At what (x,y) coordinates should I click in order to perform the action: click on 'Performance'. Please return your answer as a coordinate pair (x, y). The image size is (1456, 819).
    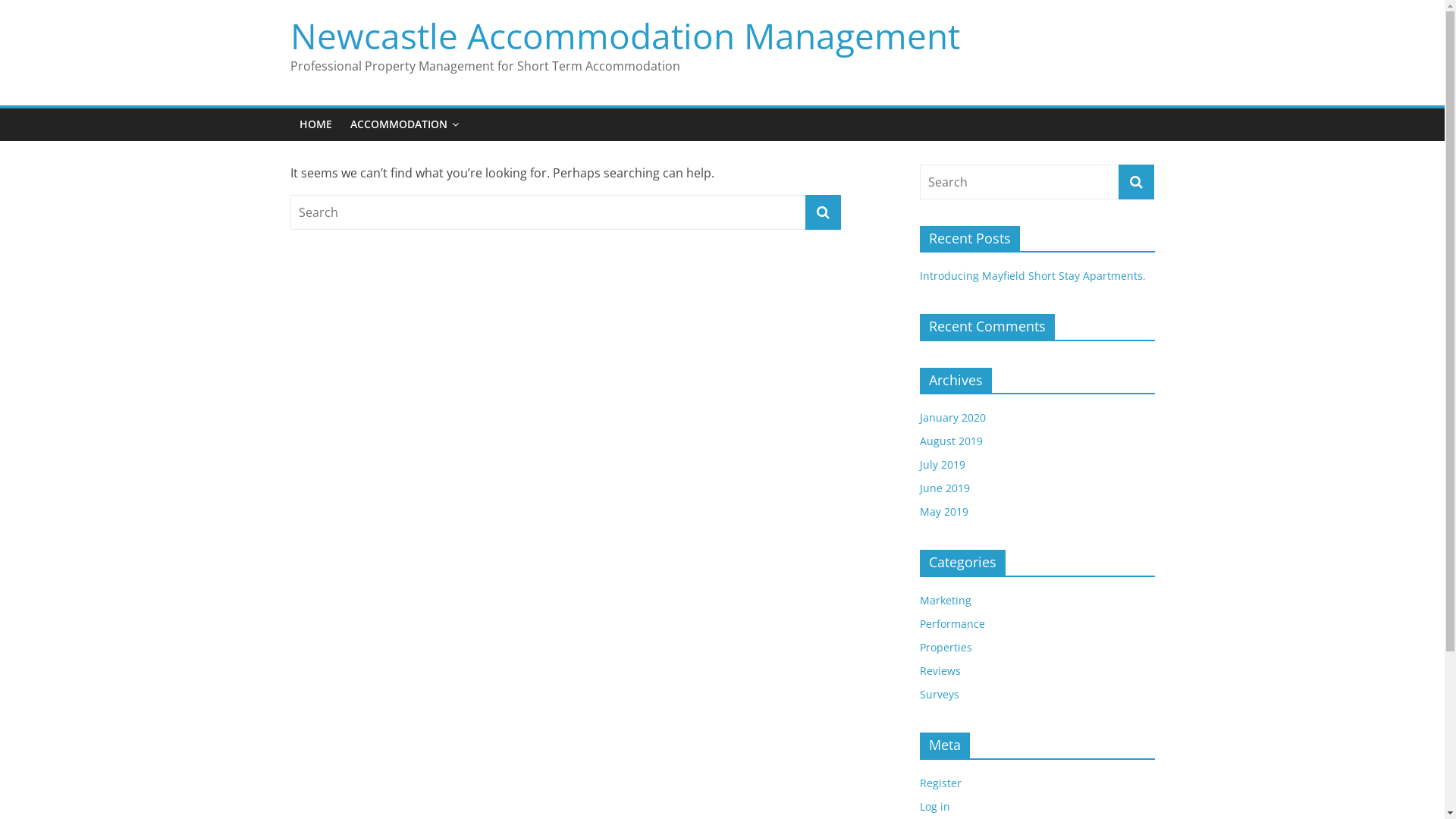
    Looking at the image, I should click on (950, 623).